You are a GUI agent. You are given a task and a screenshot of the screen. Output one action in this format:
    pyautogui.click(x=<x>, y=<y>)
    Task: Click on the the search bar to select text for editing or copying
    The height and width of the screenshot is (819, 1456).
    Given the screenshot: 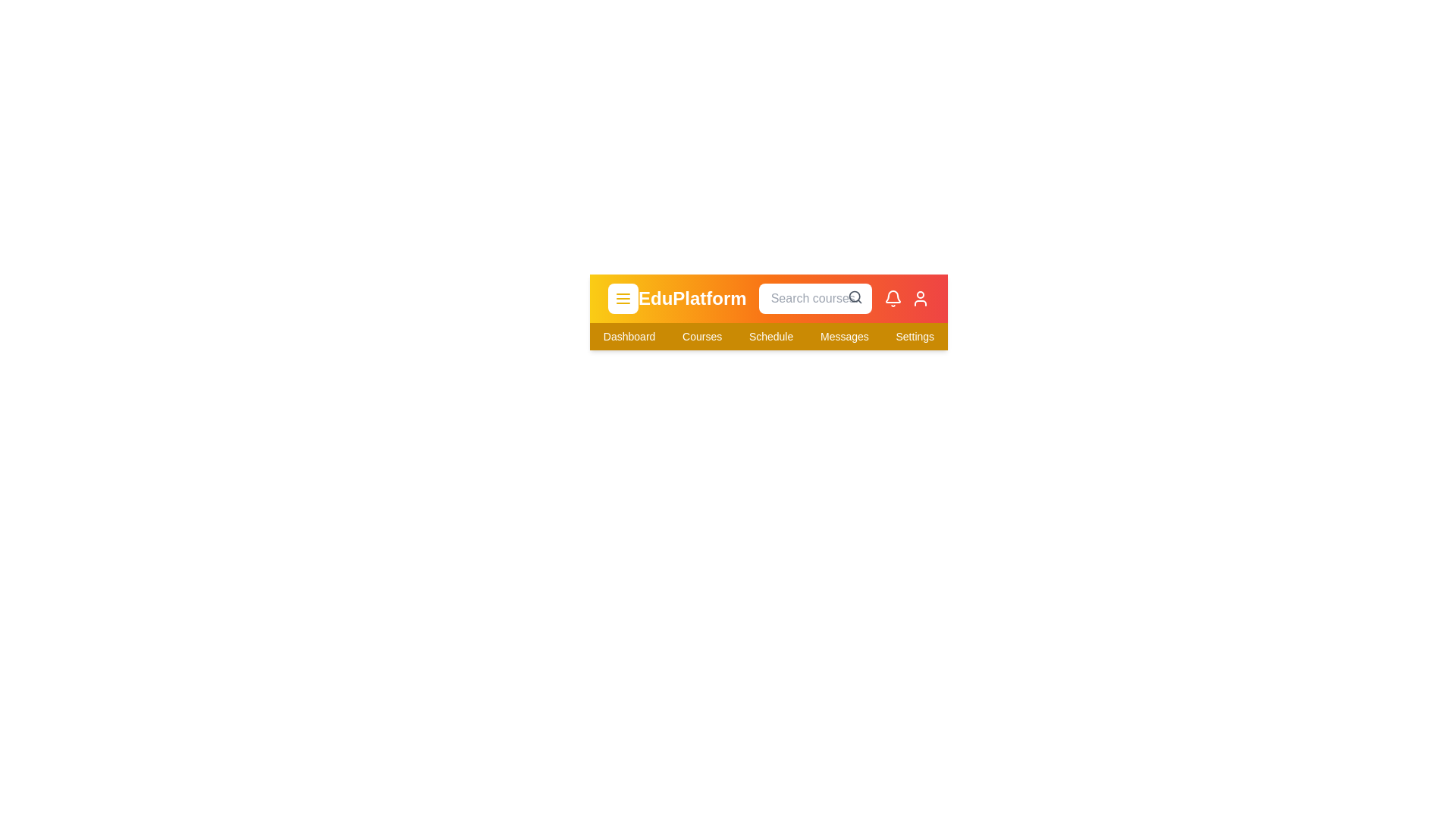 What is the action you would take?
    pyautogui.click(x=814, y=298)
    